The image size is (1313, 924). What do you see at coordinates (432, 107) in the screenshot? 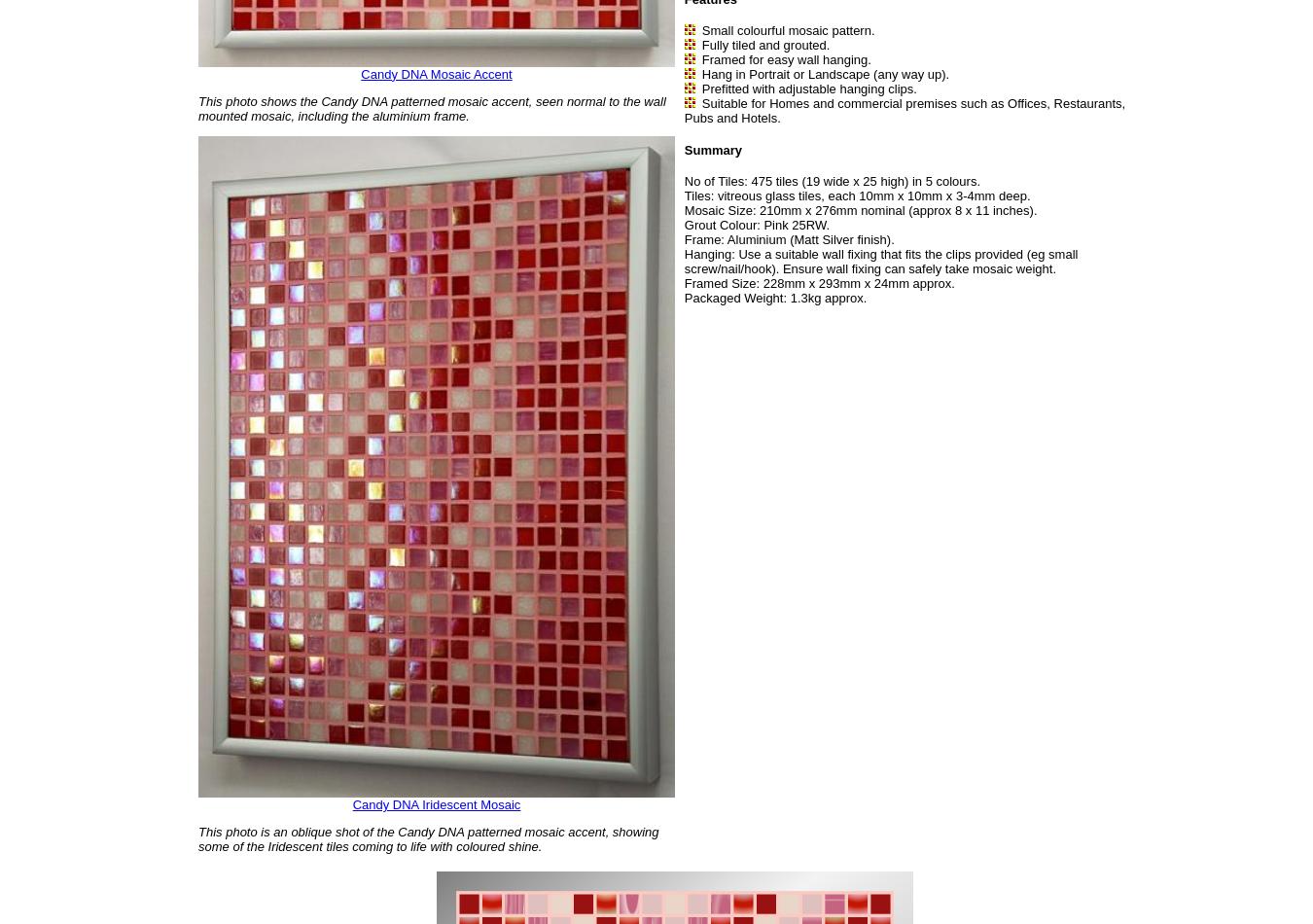
I see `'This photo shows the Candy DNA patterned mosaic accent, seen normal to the wall mounted mosaic, including the aluminium frame.'` at bounding box center [432, 107].